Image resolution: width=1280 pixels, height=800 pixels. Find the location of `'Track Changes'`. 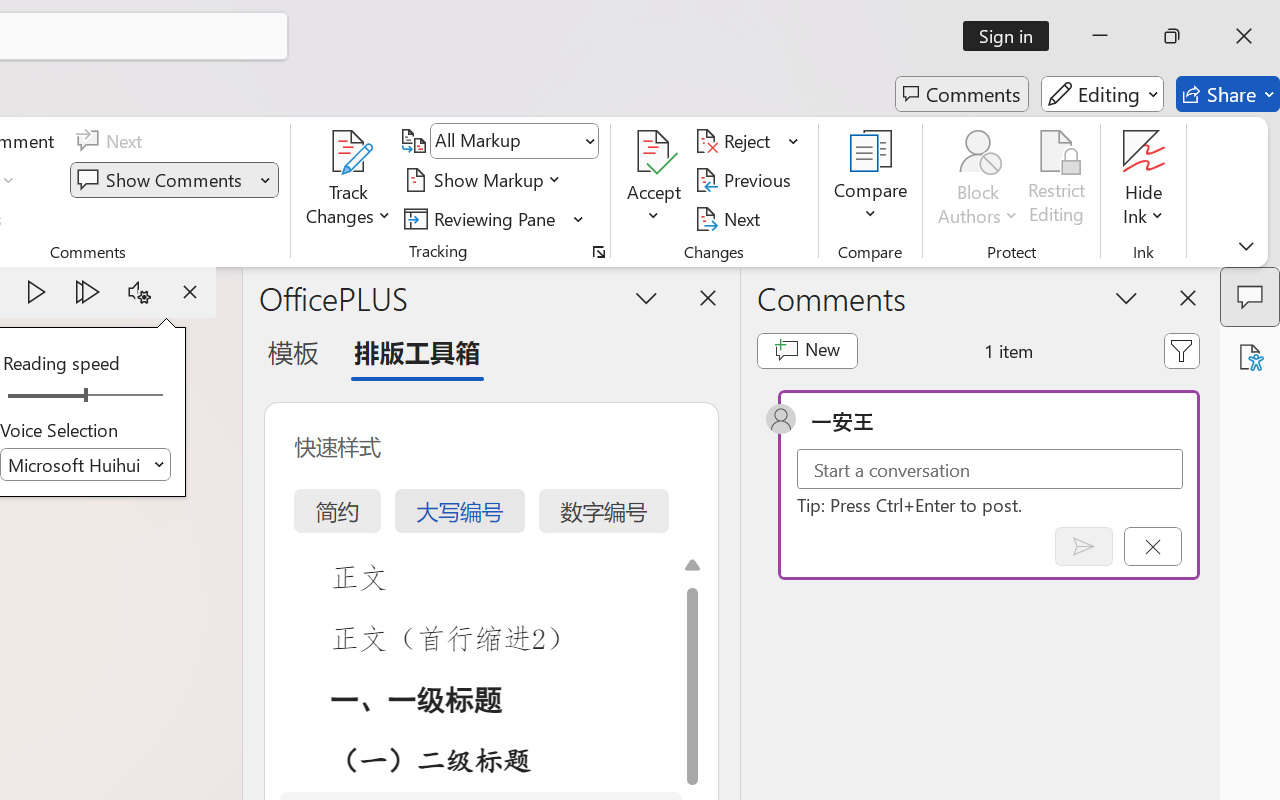

'Track Changes' is located at coordinates (349, 151).